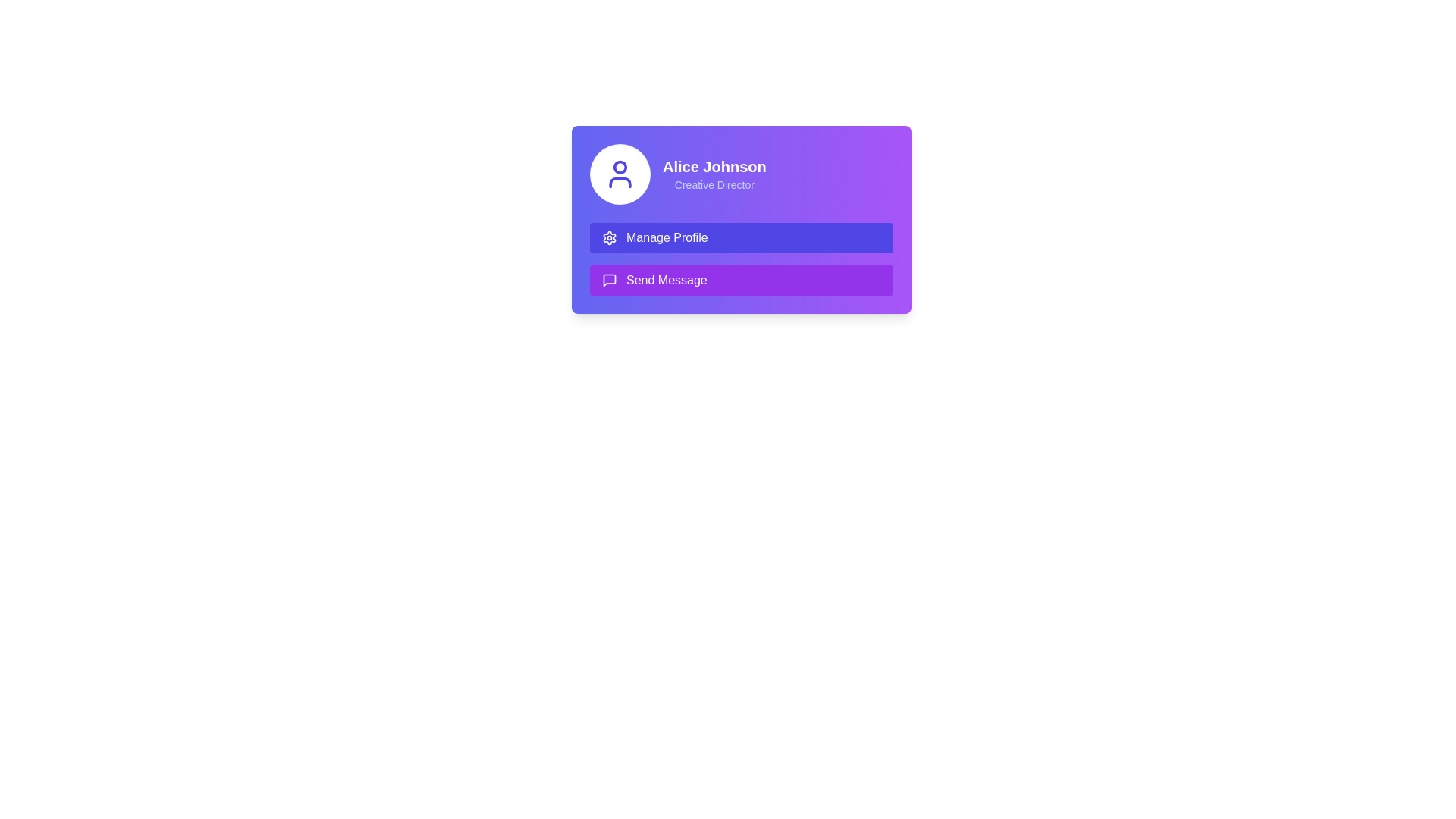 The width and height of the screenshot is (1456, 819). What do you see at coordinates (714, 184) in the screenshot?
I see `the text label displaying the job title 'Creative Director', which is positioned directly beneath 'Alice Johnson' and styled in light indigo color` at bounding box center [714, 184].